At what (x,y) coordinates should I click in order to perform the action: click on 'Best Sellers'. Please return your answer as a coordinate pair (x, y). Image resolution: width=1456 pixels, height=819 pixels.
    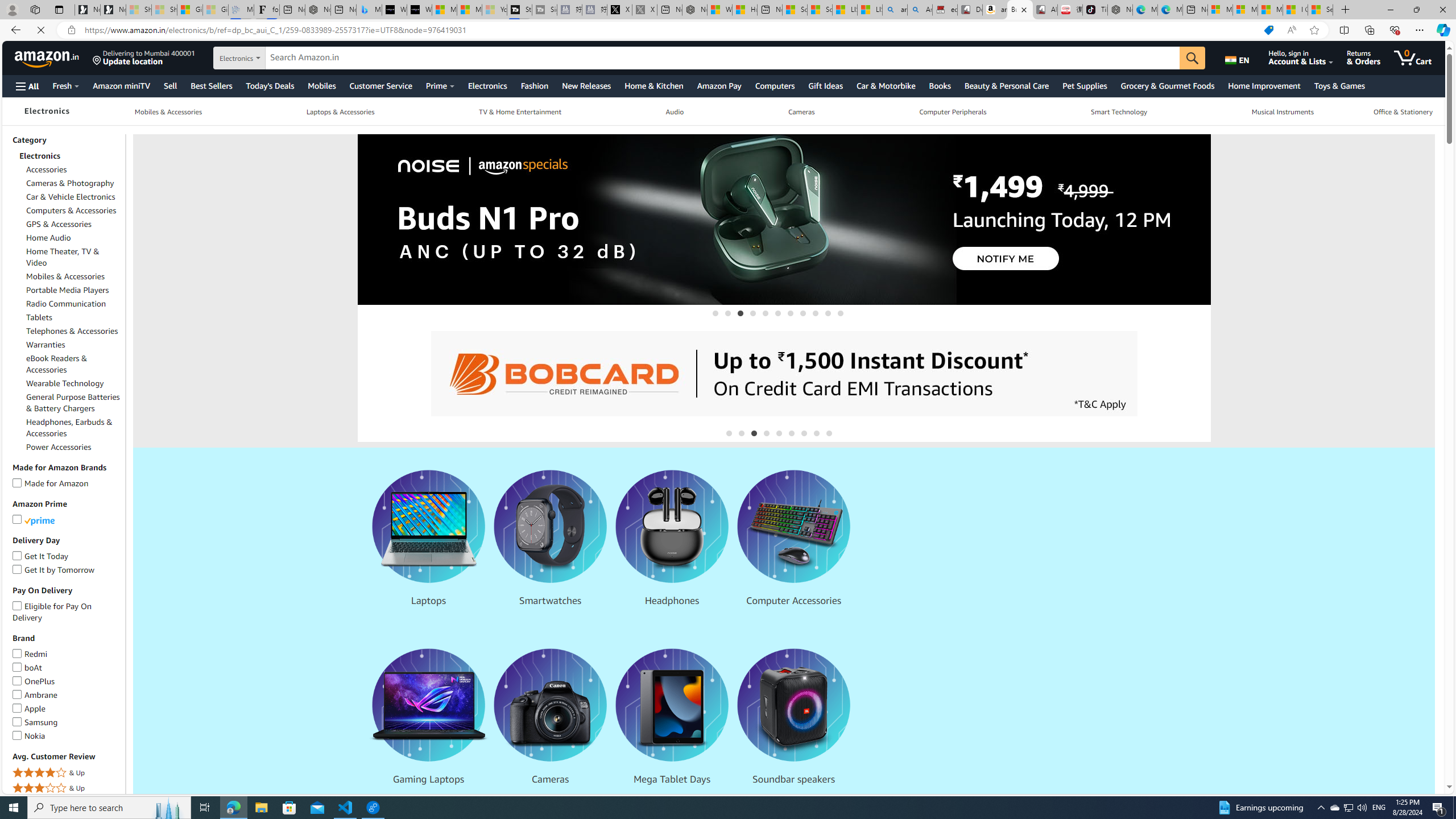
    Looking at the image, I should click on (210, 85).